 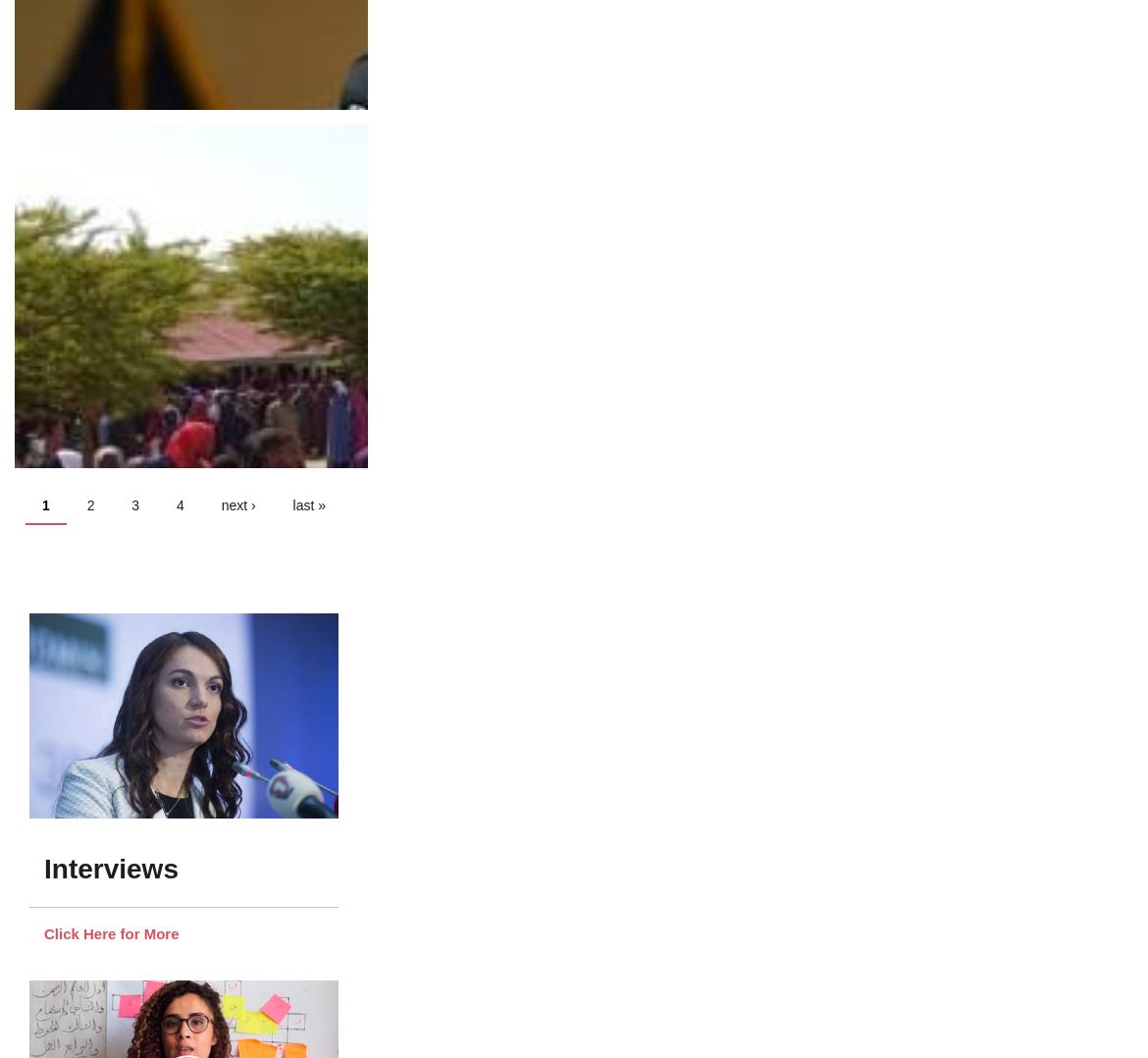 I want to click on 'POLITICO', so click(x=33, y=506).